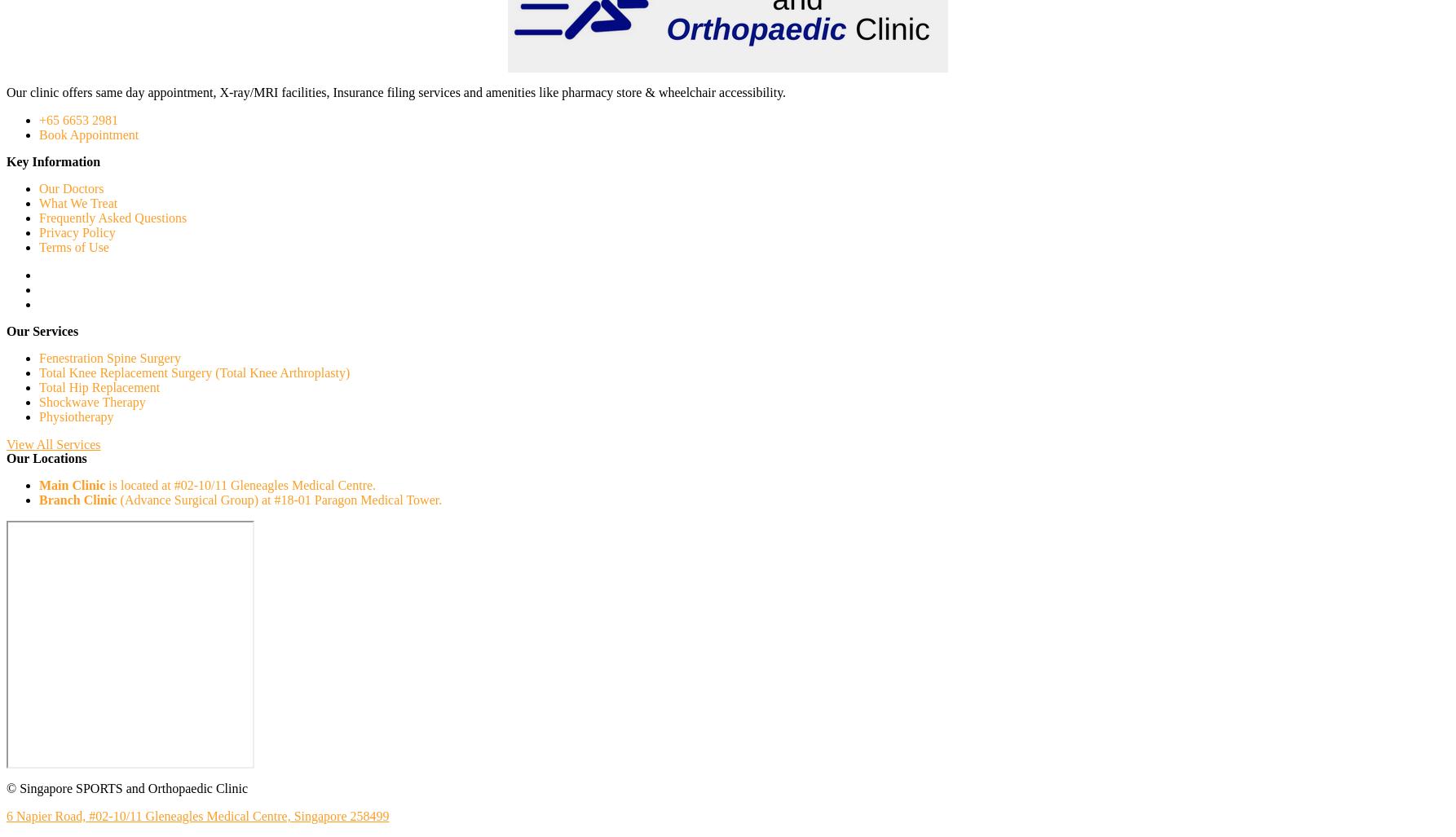 This screenshot has width=1456, height=837. What do you see at coordinates (7, 443) in the screenshot?
I see `'View All Services'` at bounding box center [7, 443].